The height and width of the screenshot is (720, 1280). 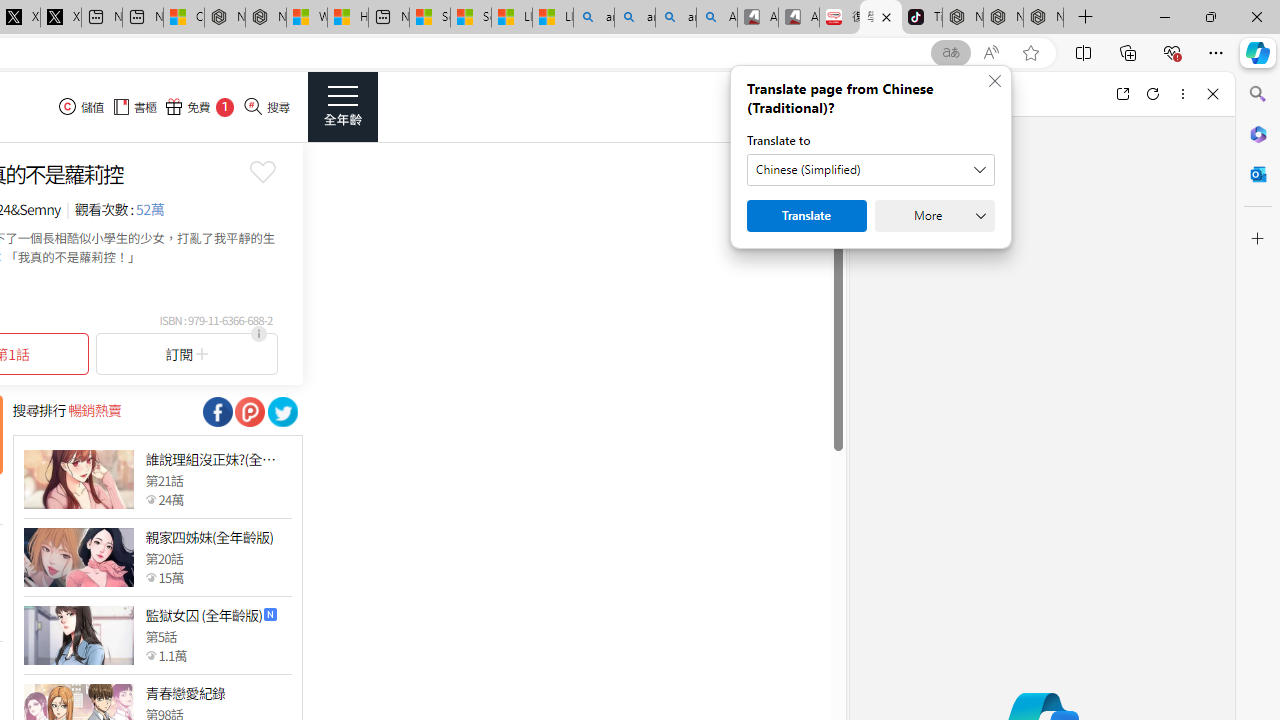 I want to click on 'Nordace Siena Pro 15 Backpack', so click(x=1003, y=17).